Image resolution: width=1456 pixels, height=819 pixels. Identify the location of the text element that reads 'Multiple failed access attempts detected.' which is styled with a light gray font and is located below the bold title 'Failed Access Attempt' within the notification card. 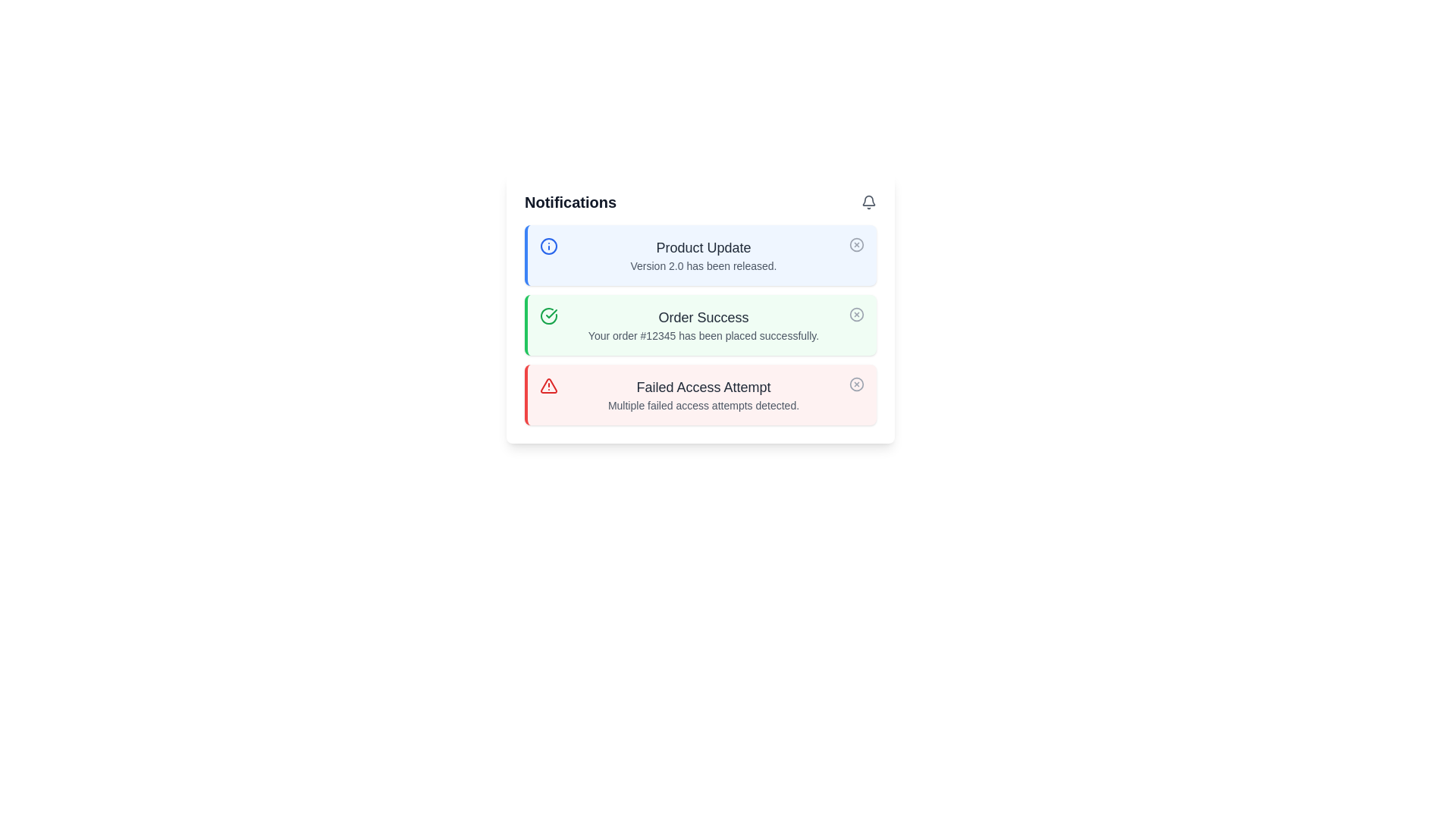
(702, 405).